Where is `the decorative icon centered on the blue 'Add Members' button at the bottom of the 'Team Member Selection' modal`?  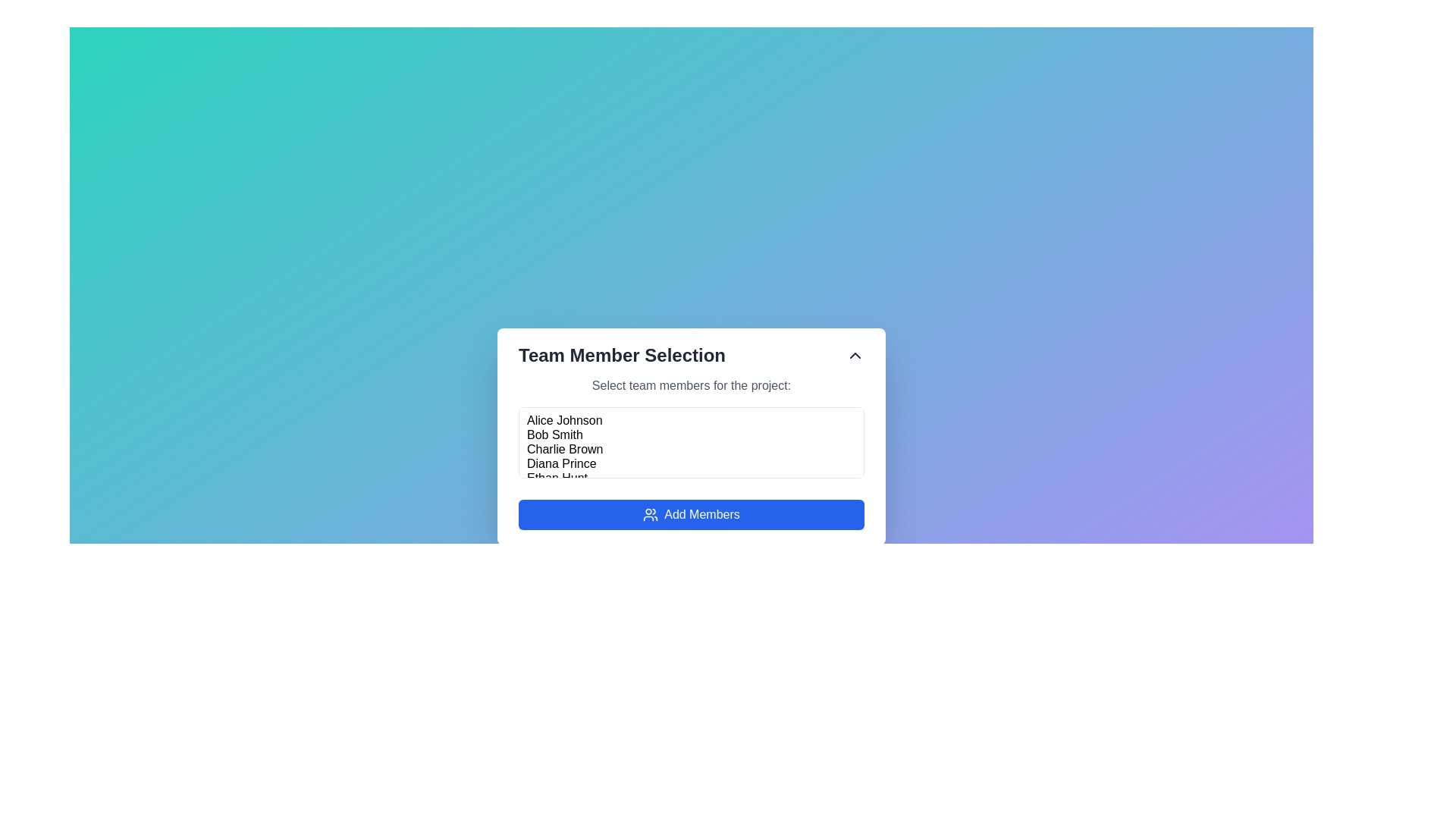 the decorative icon centered on the blue 'Add Members' button at the bottom of the 'Team Member Selection' modal is located at coordinates (651, 514).